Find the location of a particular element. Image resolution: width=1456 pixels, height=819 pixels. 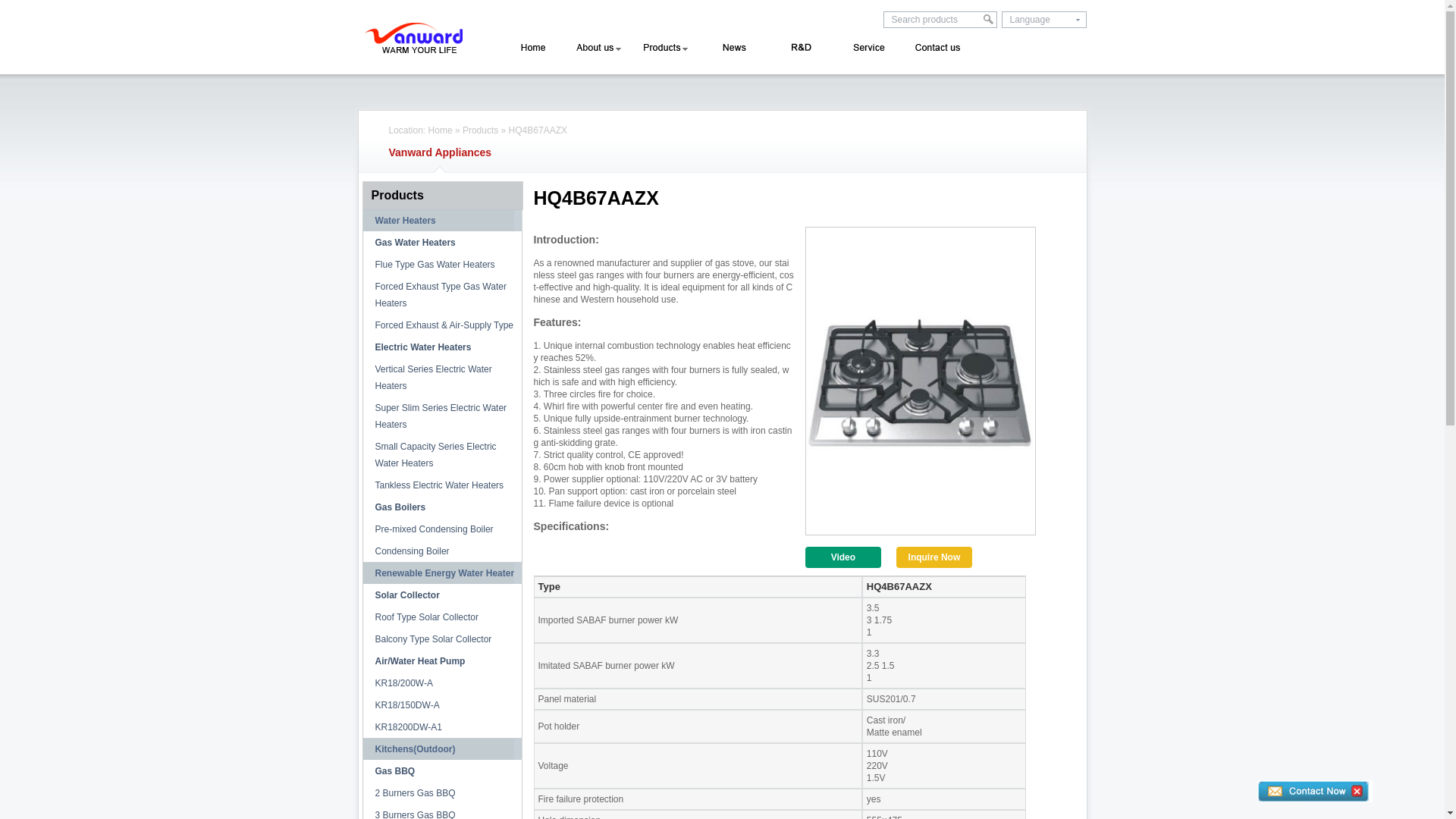

'Flue Type Gas Water Heaters' is located at coordinates (441, 263).